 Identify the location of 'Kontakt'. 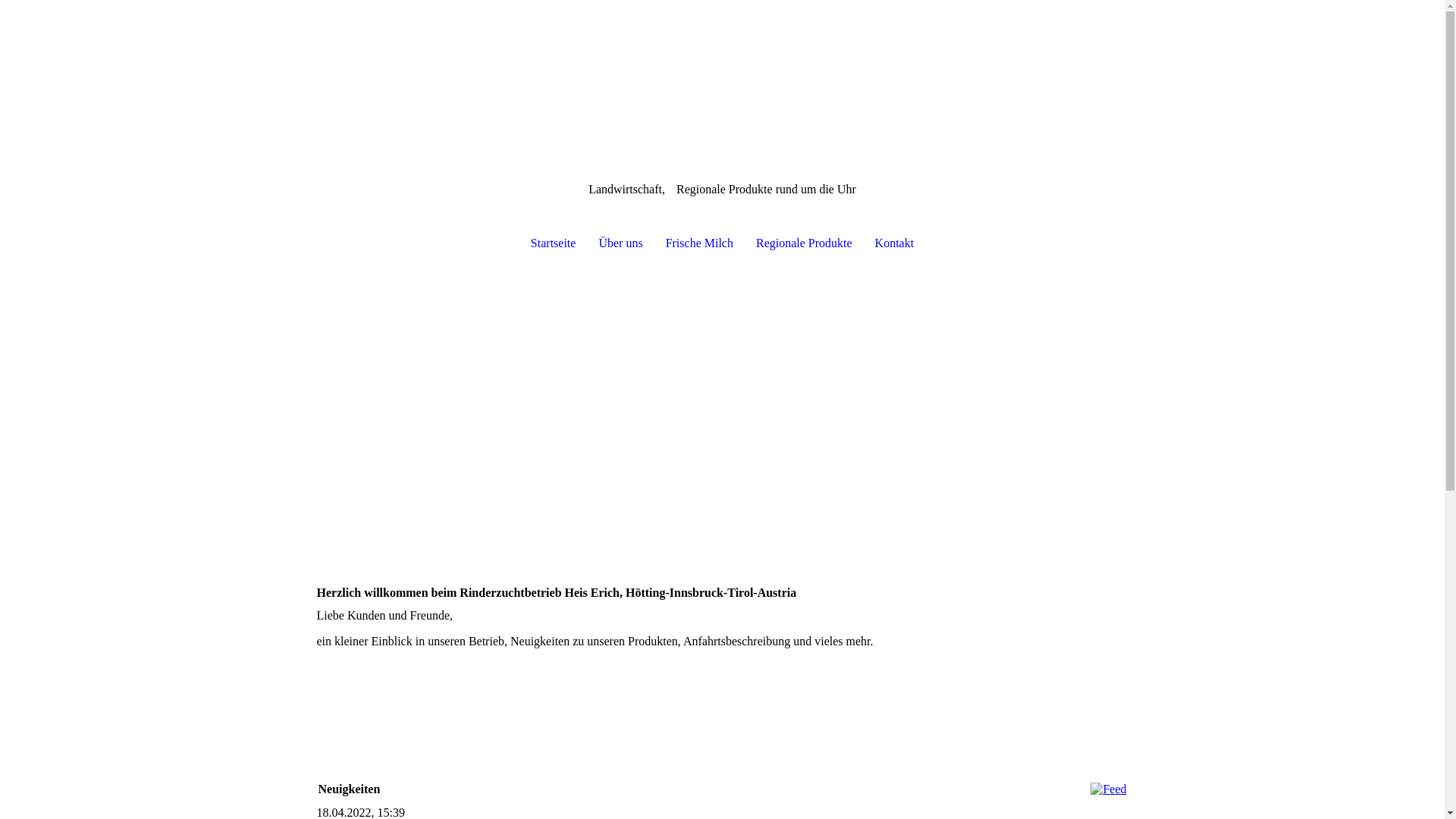
(863, 242).